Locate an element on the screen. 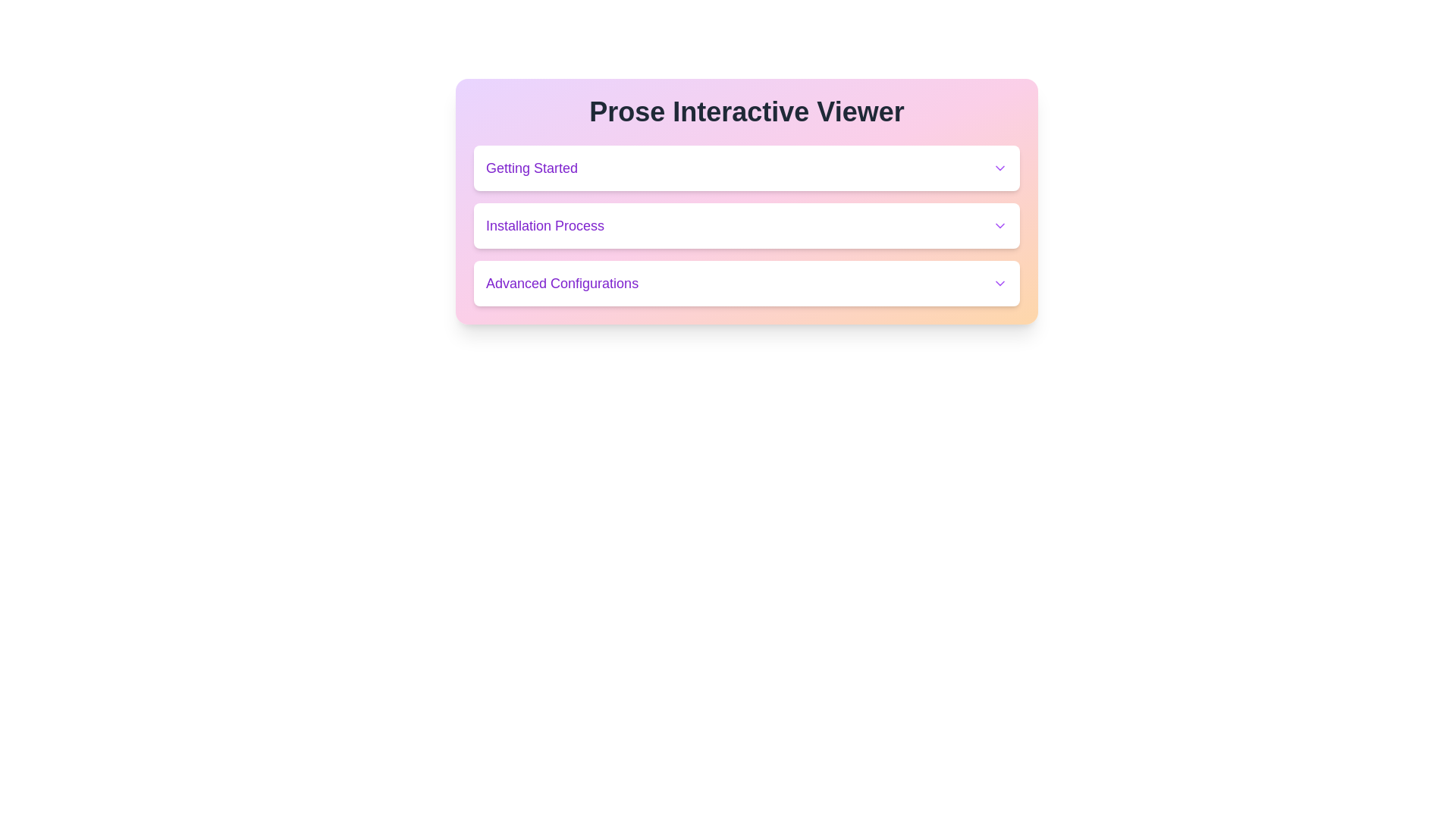 This screenshot has height=819, width=1456. the icon located at the far right of the 'Installation Process' section, which serves as an indicator for a collapsible section or dropdown menu is located at coordinates (1000, 225).